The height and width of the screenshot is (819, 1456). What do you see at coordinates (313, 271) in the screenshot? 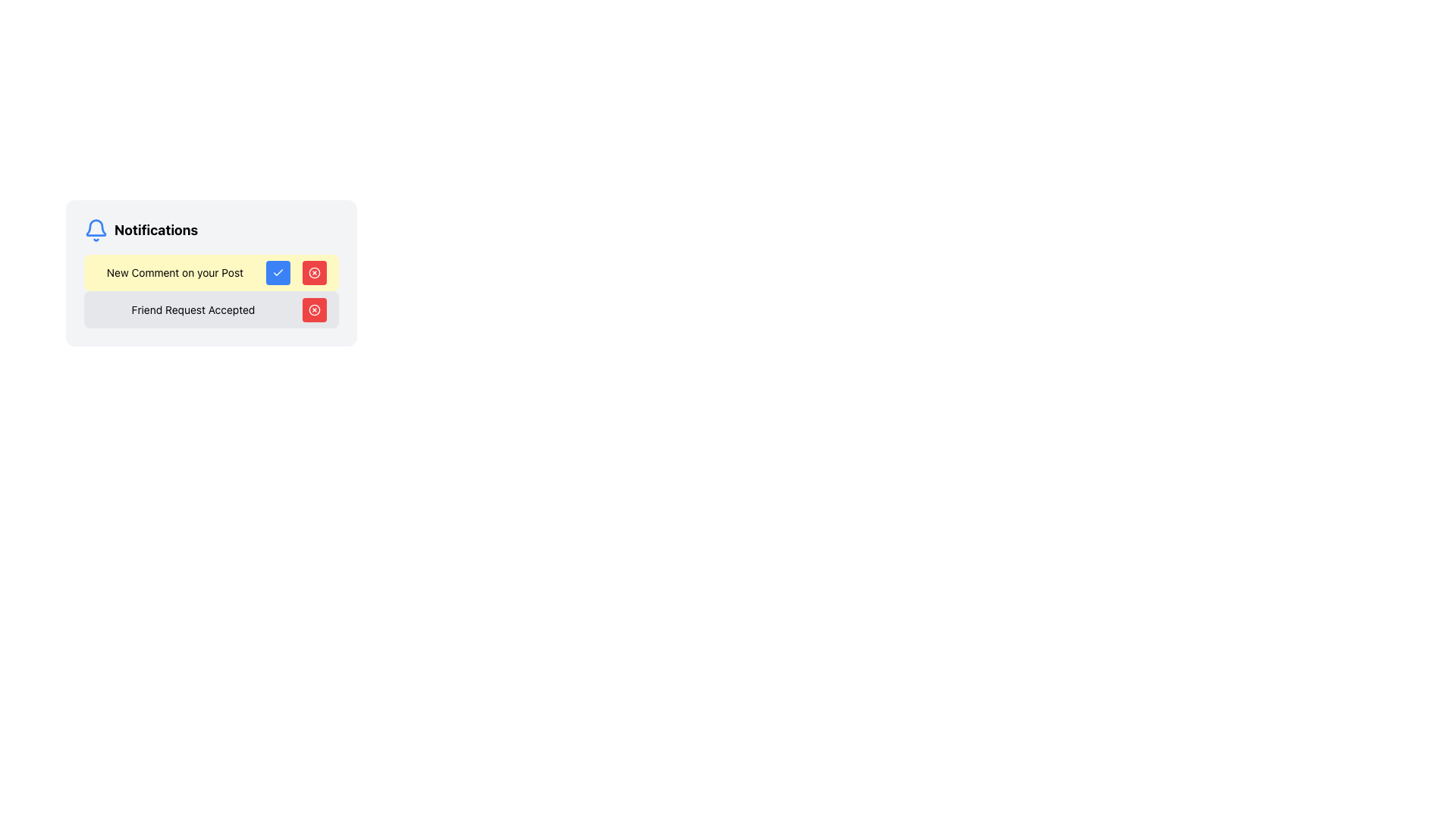
I see `the button located to the right of the 'Friend Request Accepted' text in the notification box` at bounding box center [313, 271].